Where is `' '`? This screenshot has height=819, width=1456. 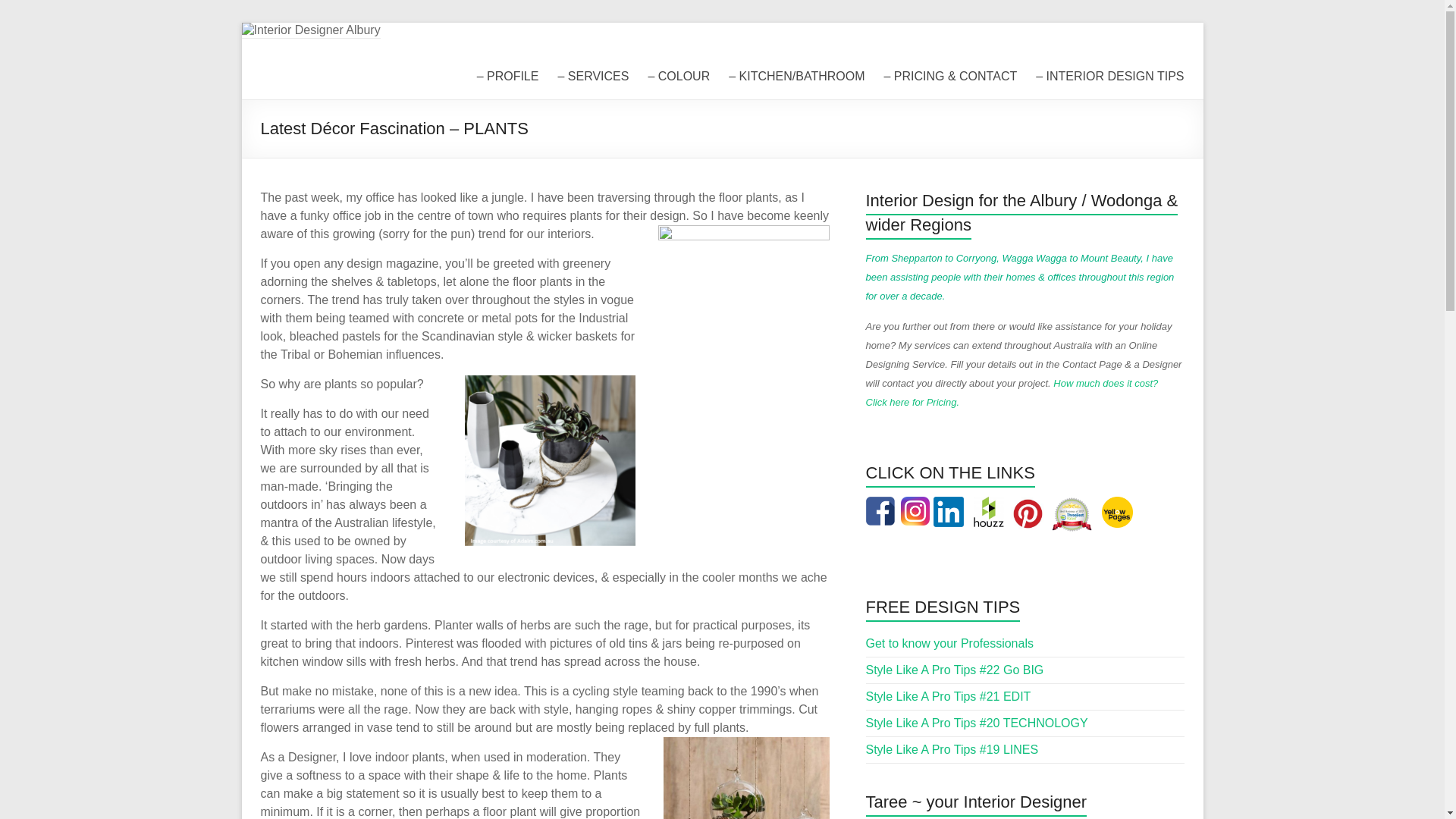 ' ' is located at coordinates (916, 505).